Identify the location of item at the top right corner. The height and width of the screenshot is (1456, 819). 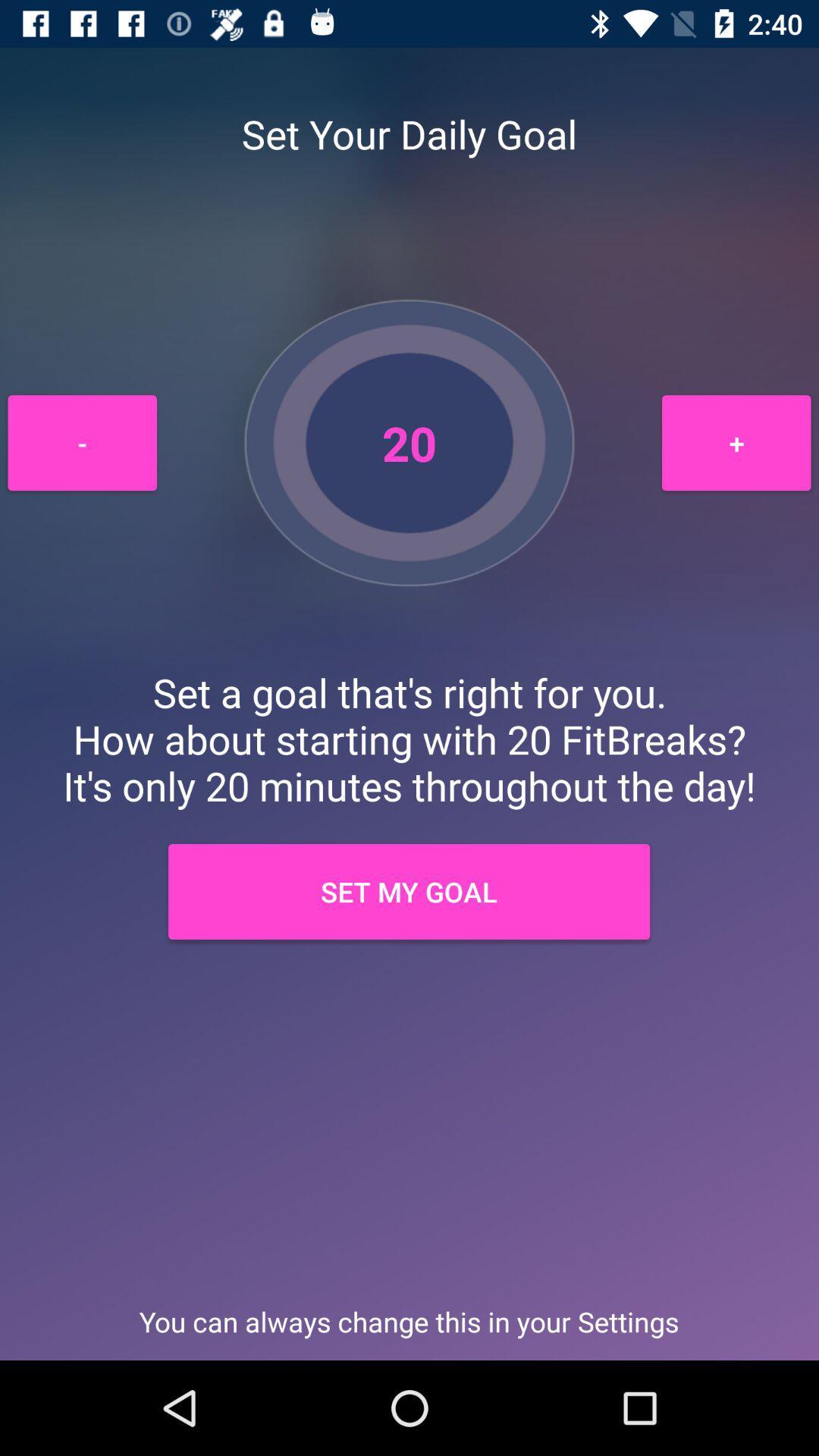
(736, 442).